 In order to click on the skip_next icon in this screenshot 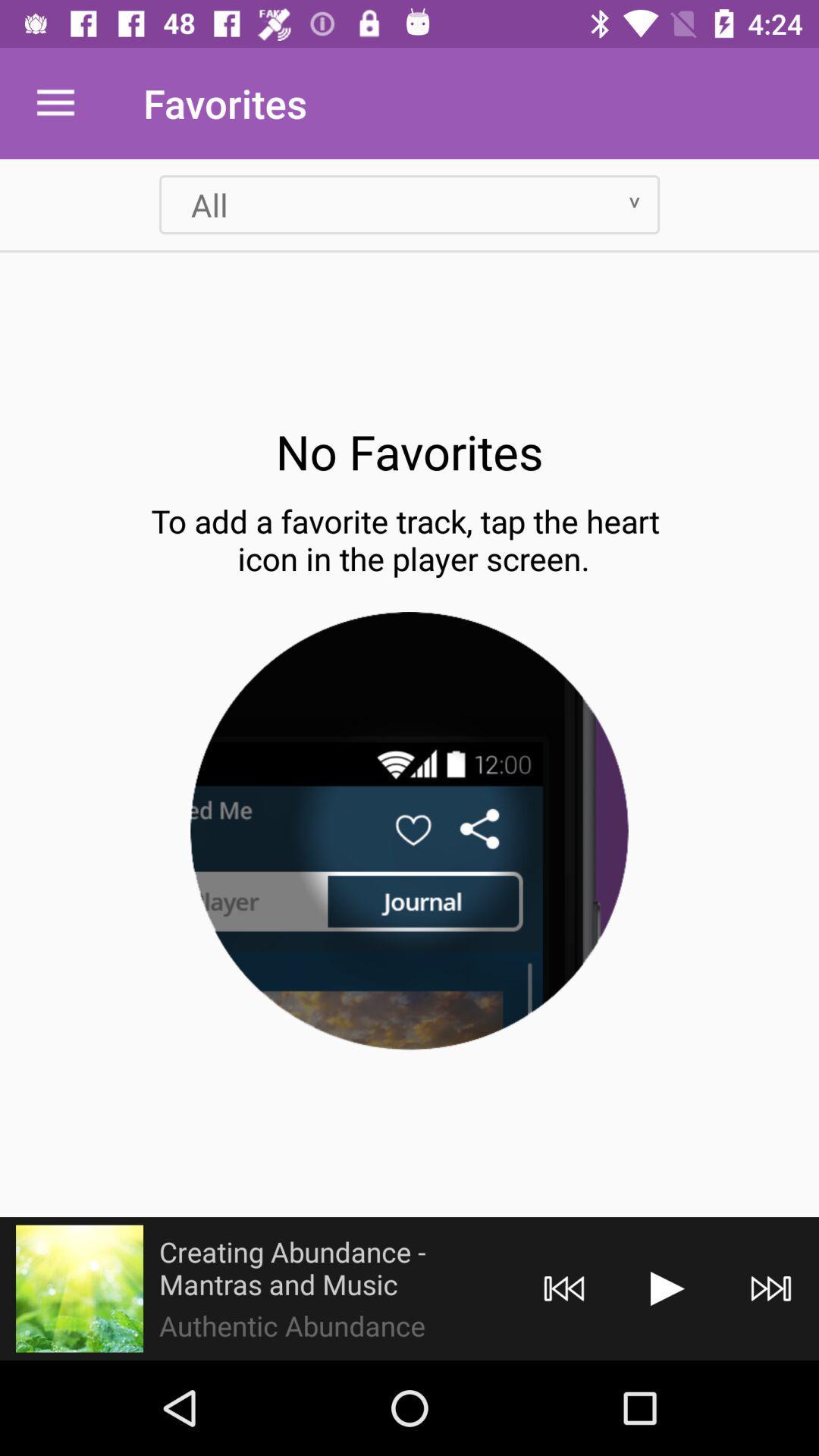, I will do `click(771, 1288)`.